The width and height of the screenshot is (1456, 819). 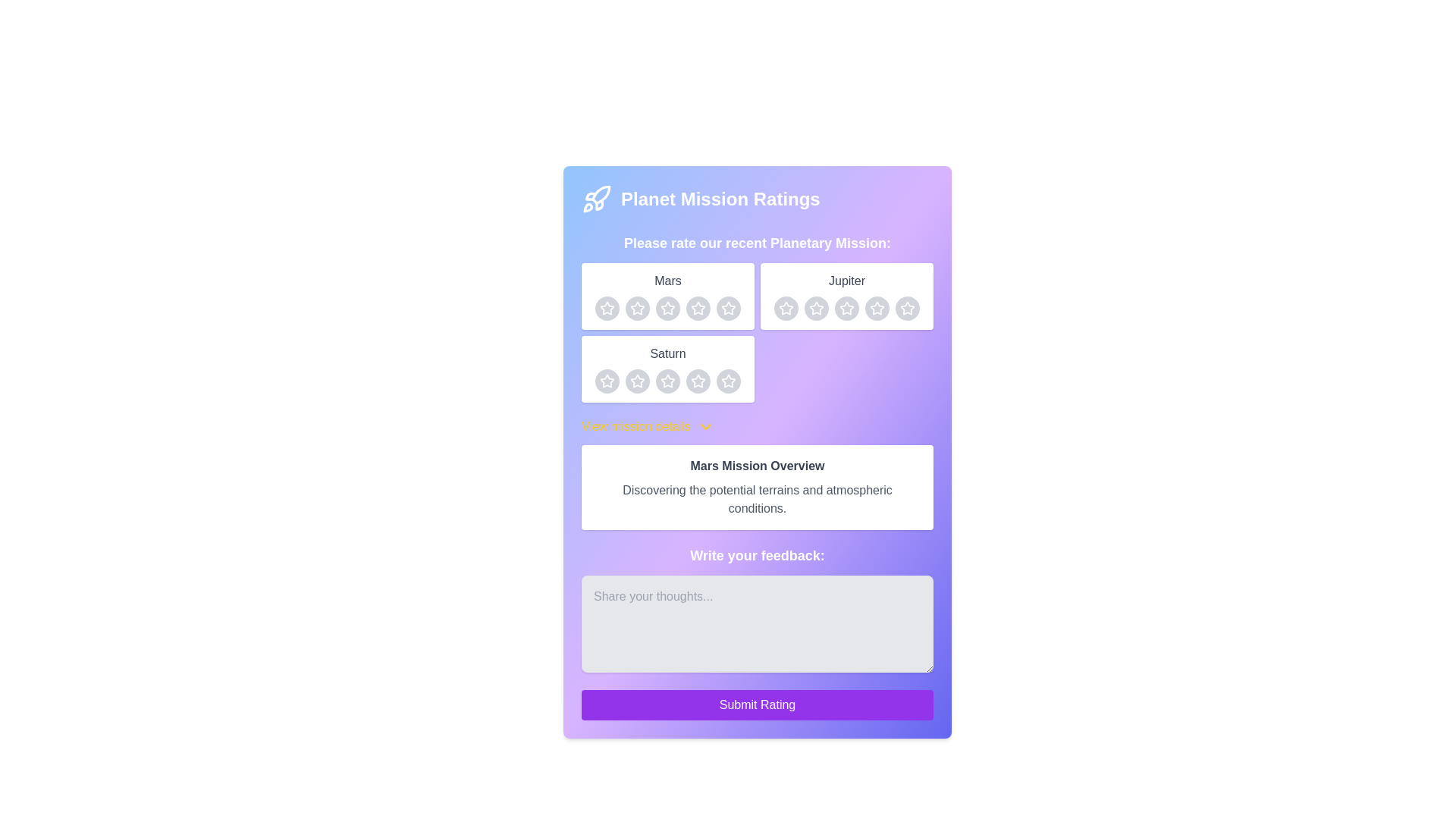 I want to click on the second star button from the left in the rating system under the 'Mars' label, which is a circular button with a gray background and a white star icon, so click(x=637, y=308).